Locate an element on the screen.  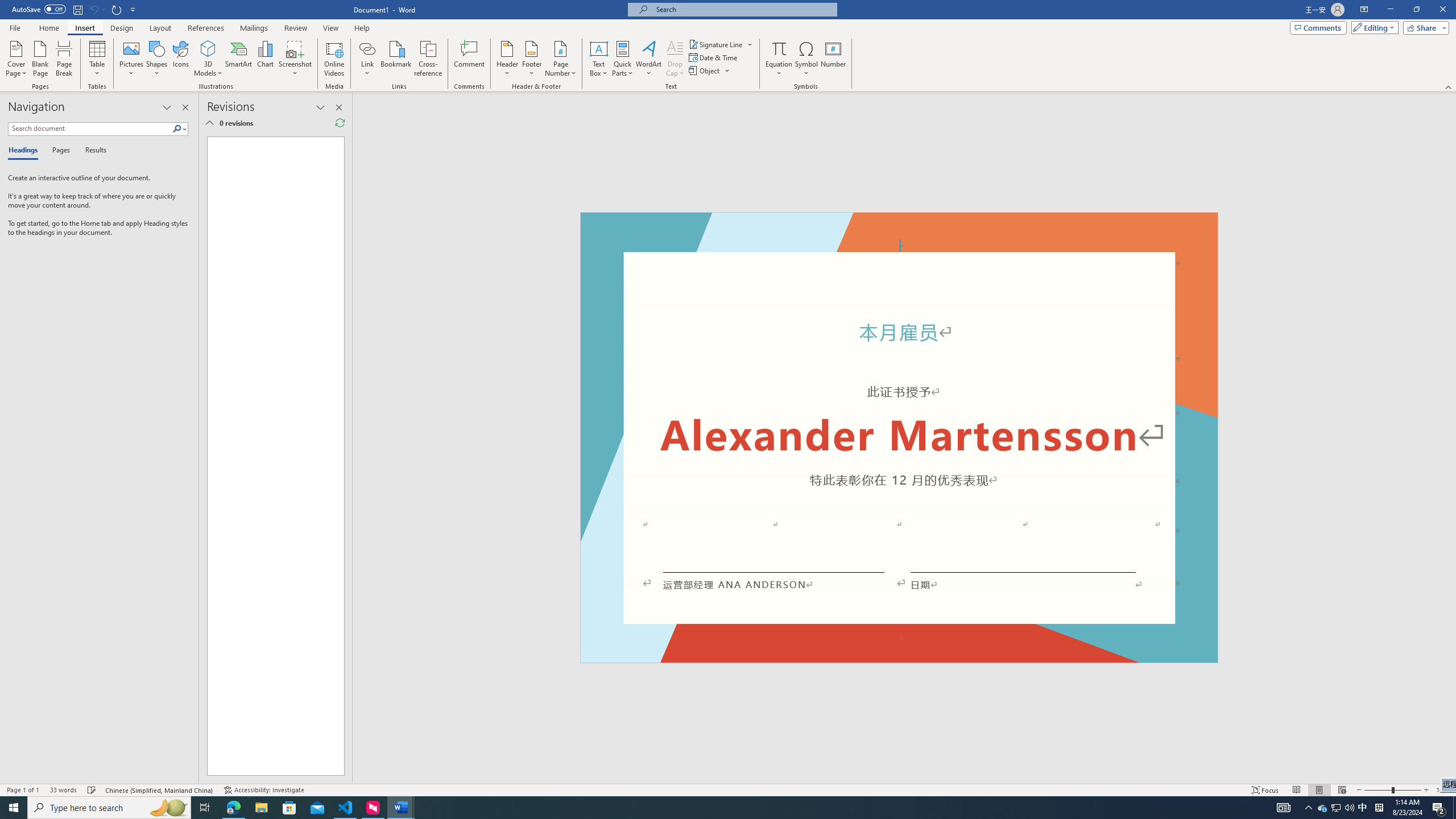
'Comment' is located at coordinates (469, 59).